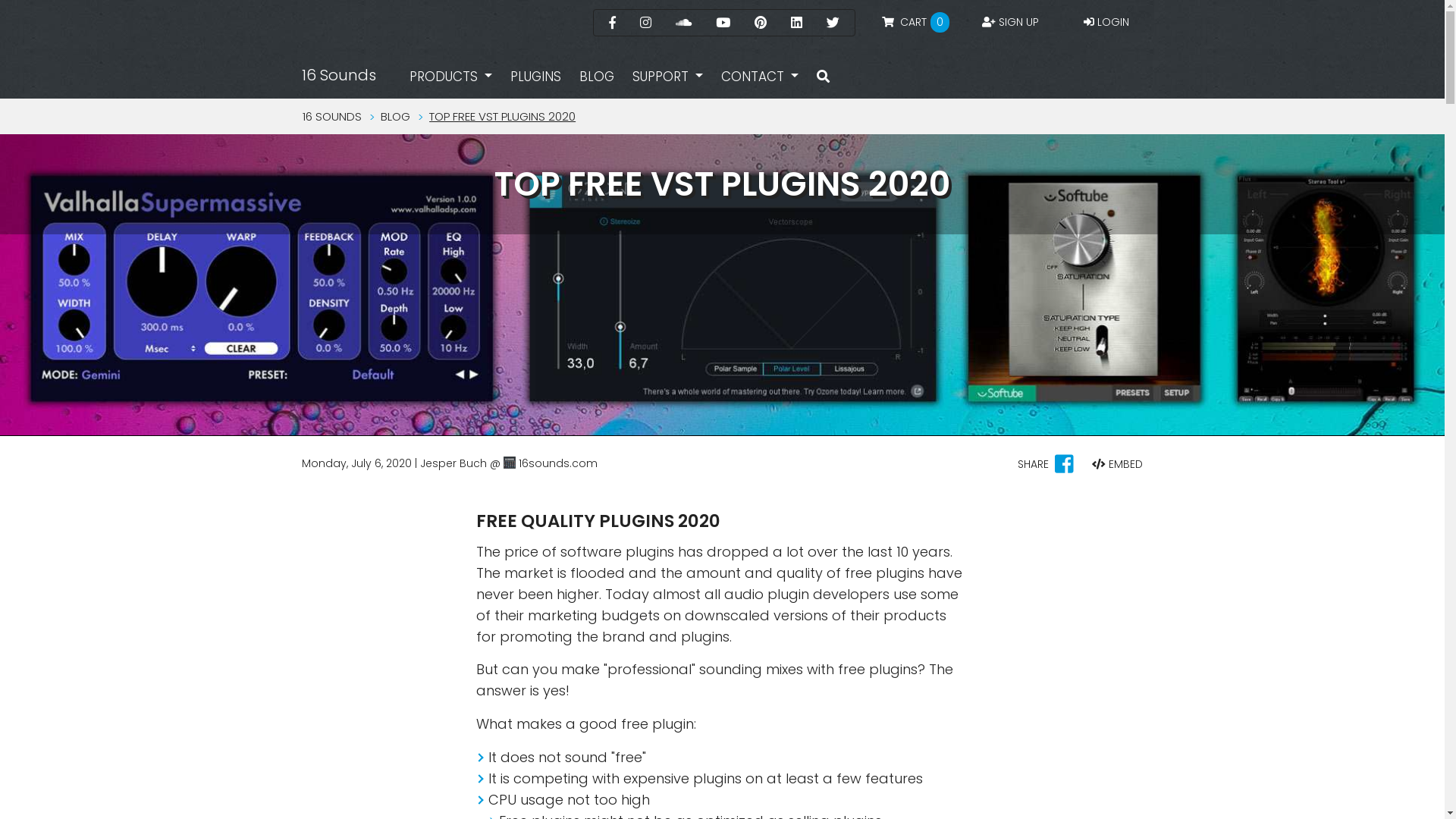 Image resolution: width=1456 pixels, height=819 pixels. What do you see at coordinates (760, 76) in the screenshot?
I see `'CONTACT'` at bounding box center [760, 76].